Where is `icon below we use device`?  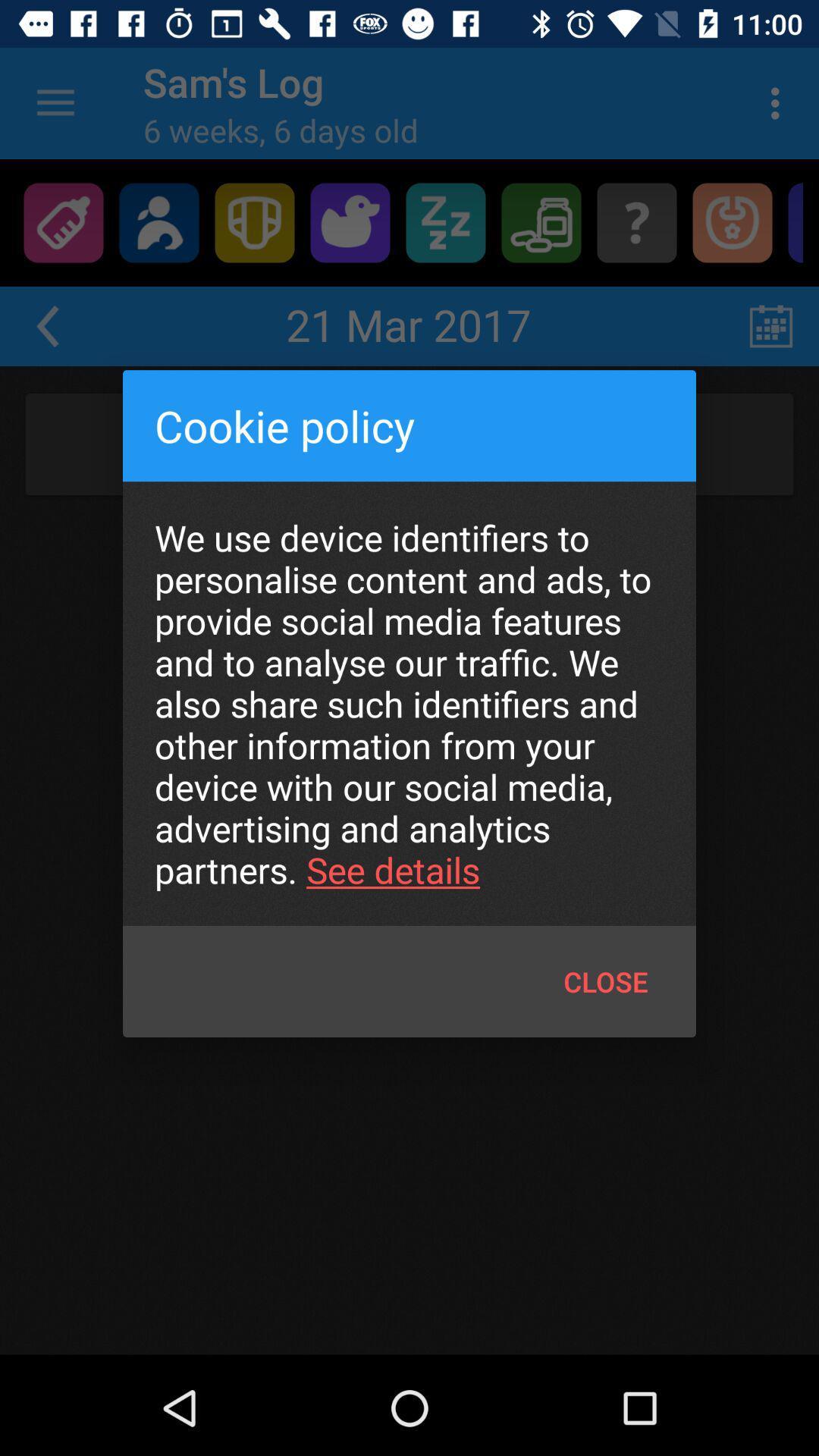 icon below we use device is located at coordinates (605, 981).